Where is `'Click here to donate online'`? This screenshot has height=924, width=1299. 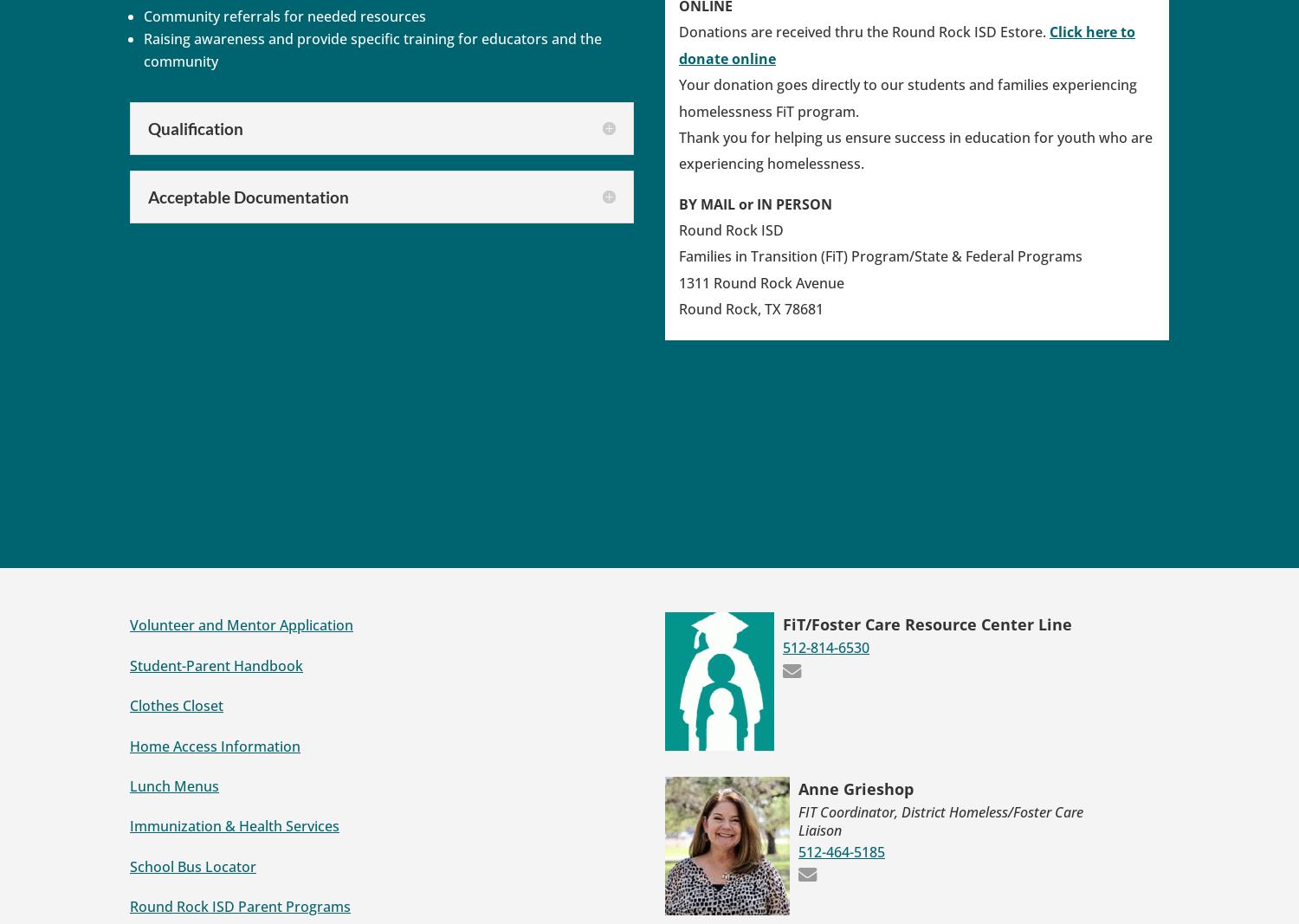
'Click here to donate online' is located at coordinates (907, 43).